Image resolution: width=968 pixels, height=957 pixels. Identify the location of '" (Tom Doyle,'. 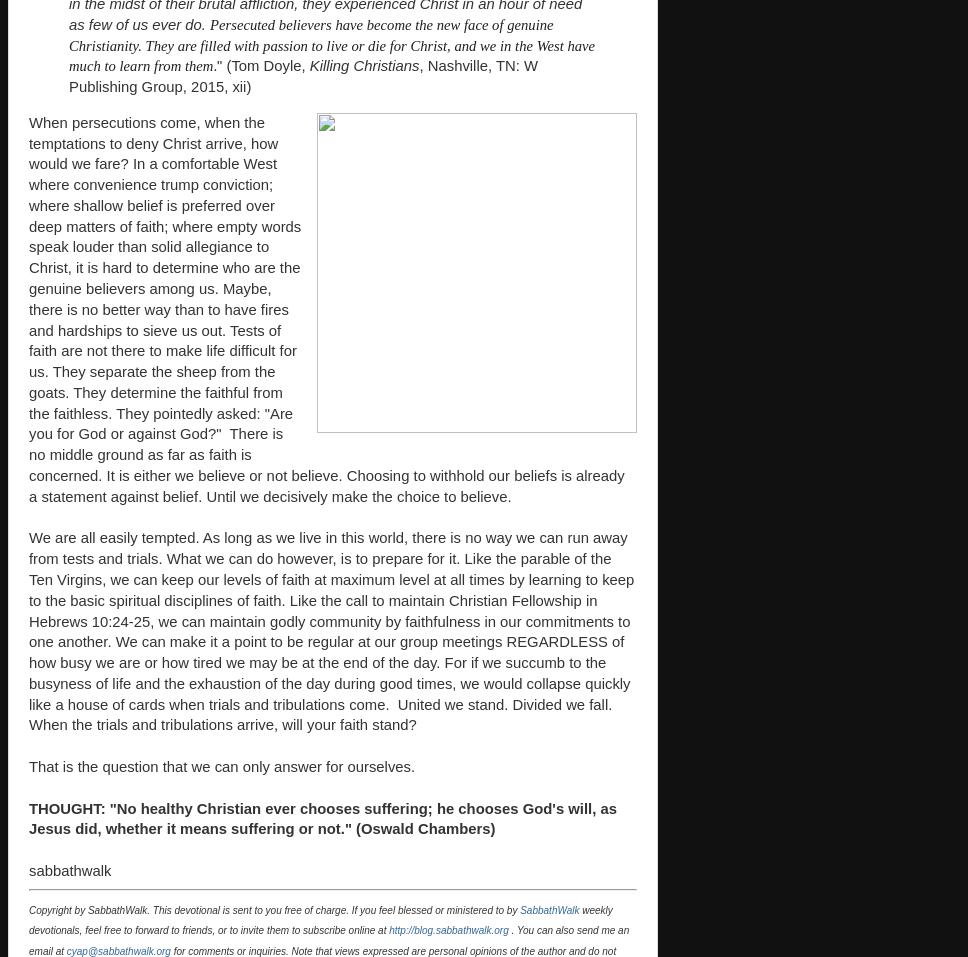
(263, 65).